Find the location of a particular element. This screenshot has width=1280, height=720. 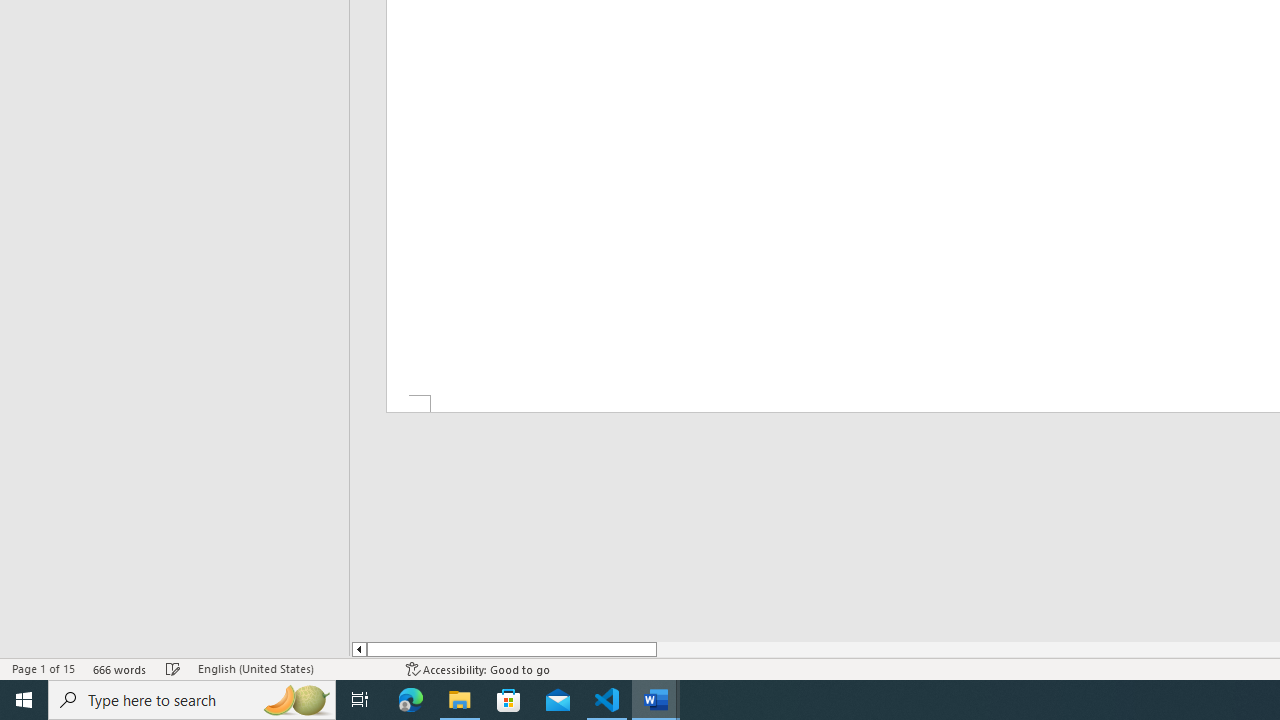

'Language English (United States)' is located at coordinates (291, 669).